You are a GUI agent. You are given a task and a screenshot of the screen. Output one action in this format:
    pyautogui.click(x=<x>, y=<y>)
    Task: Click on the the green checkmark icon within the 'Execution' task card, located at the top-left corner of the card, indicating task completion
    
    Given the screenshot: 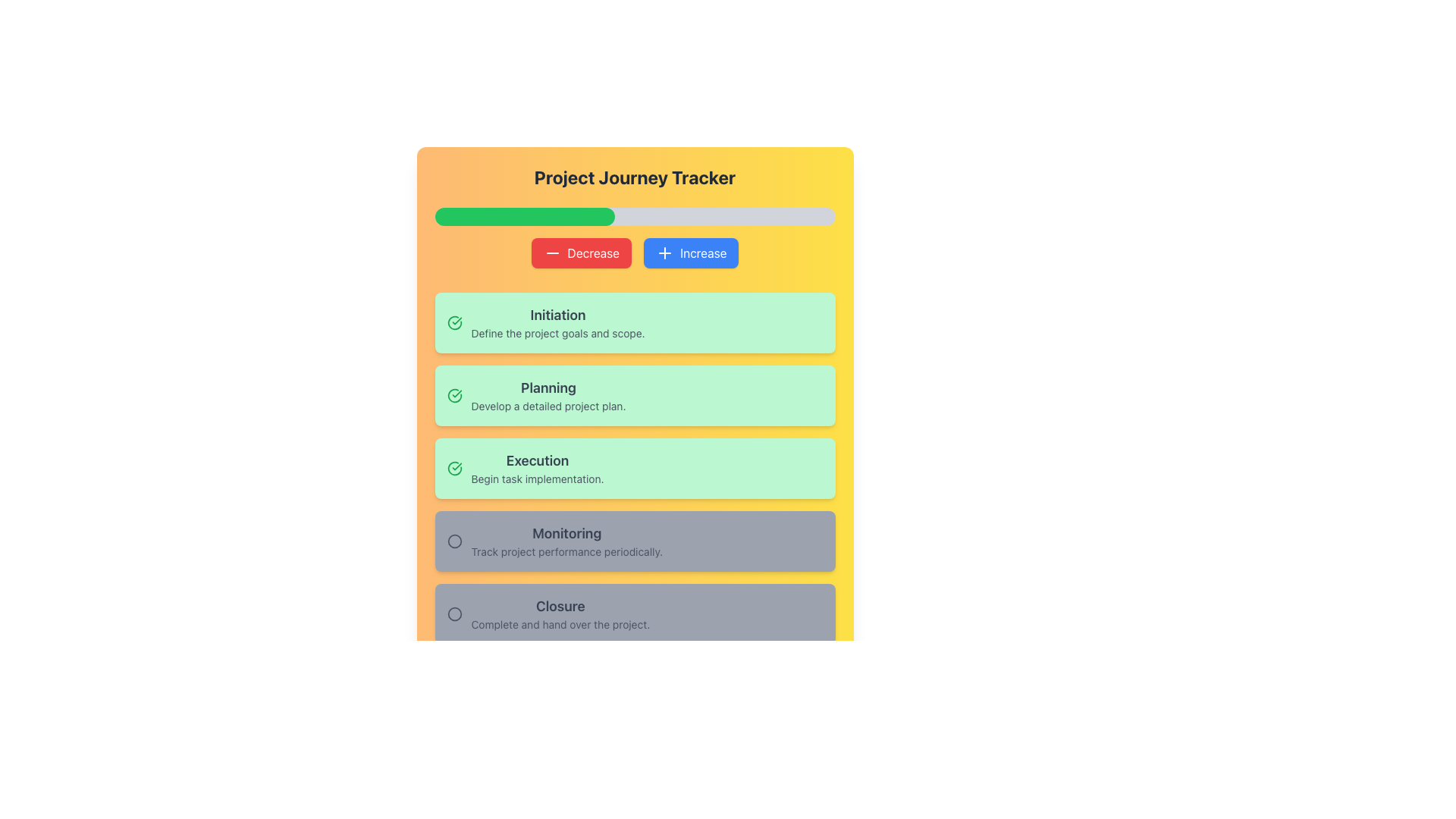 What is the action you would take?
    pyautogui.click(x=453, y=467)
    